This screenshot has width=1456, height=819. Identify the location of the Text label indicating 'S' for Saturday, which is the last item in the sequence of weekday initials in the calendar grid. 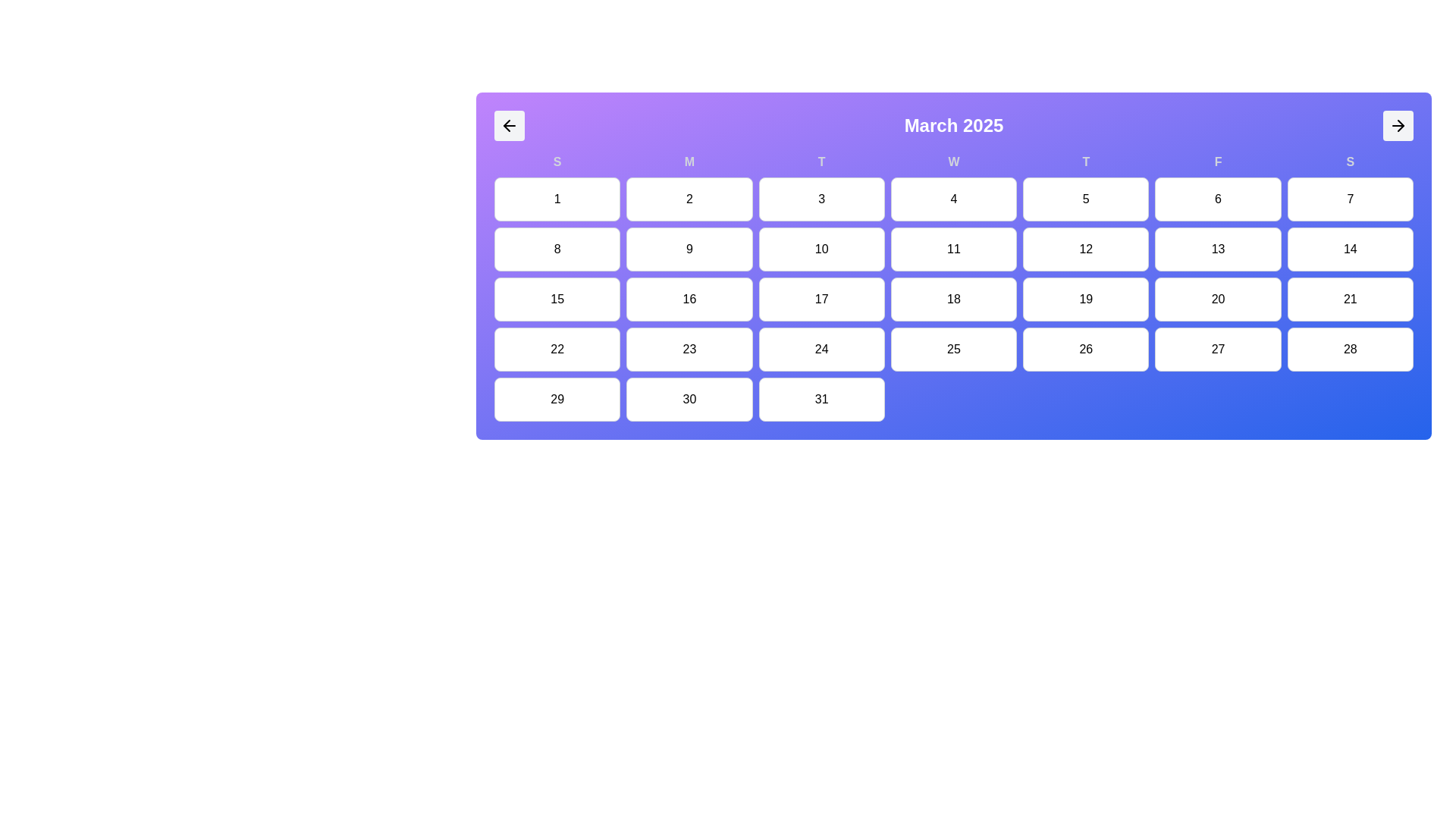
(1350, 162).